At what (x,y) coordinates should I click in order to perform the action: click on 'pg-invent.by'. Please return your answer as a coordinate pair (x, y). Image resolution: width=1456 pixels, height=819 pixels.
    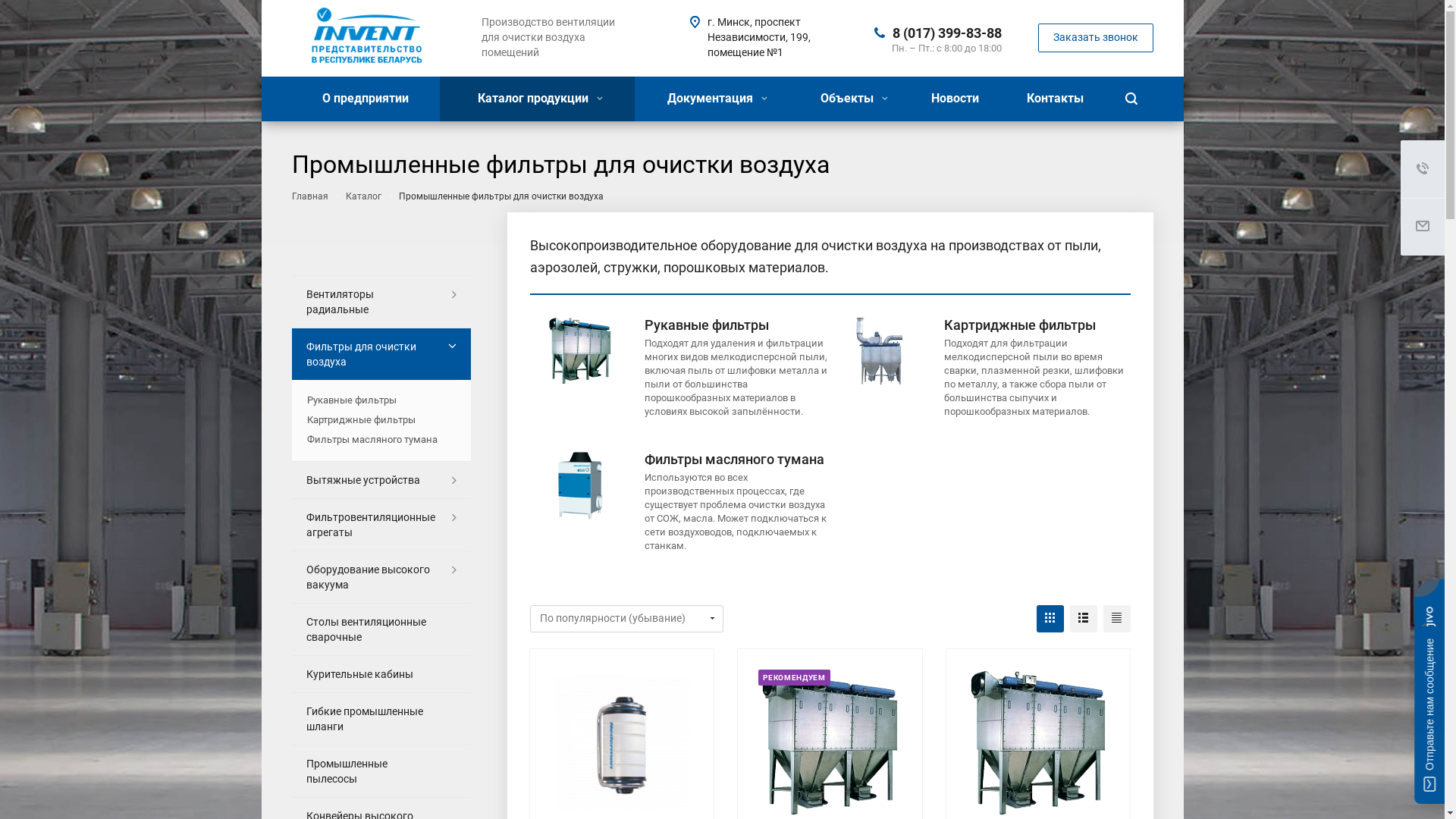
    Looking at the image, I should click on (291, 37).